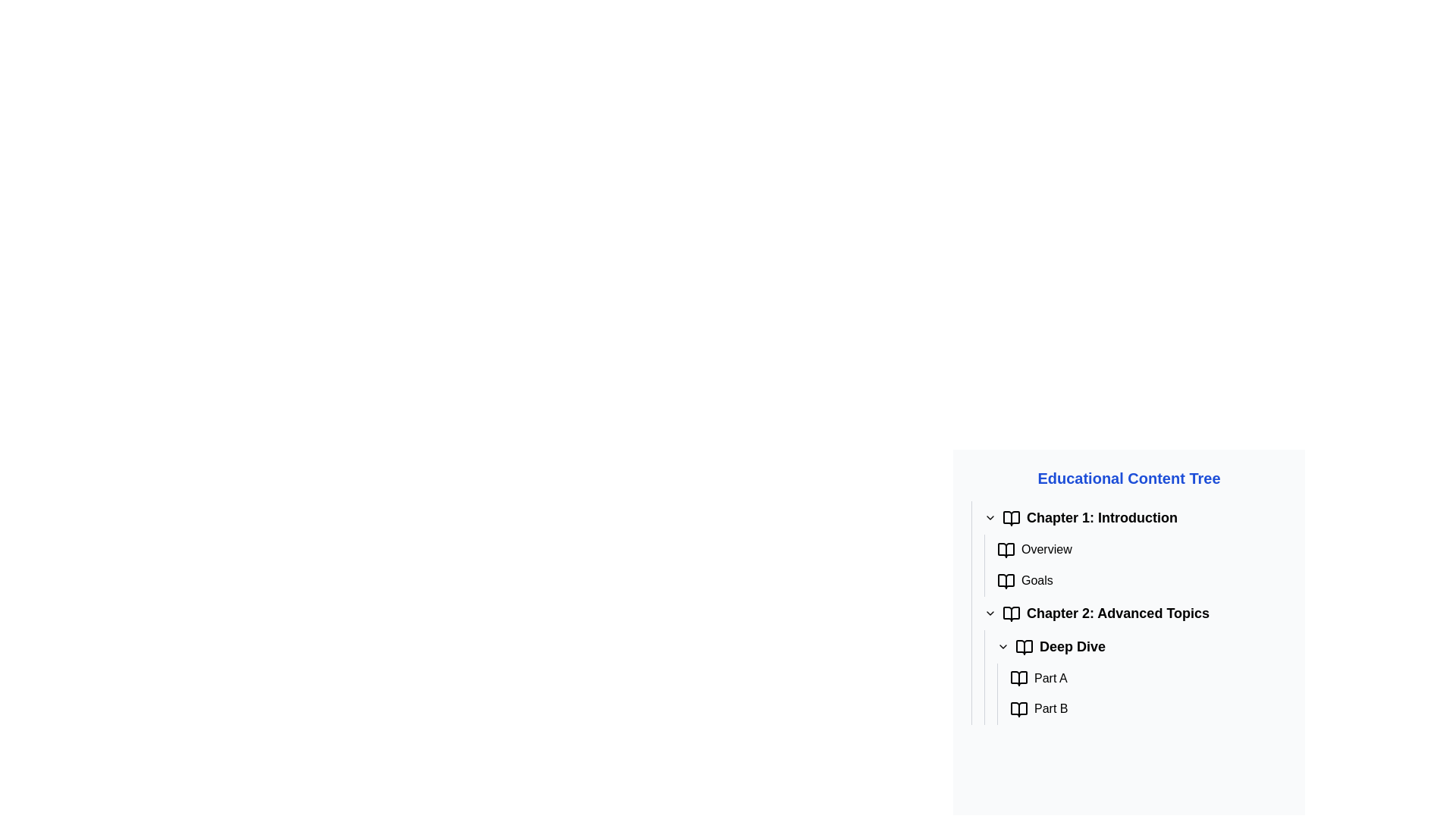  I want to click on the icon representing 'Part B' in the Educational Content Tree section, so click(1019, 710).